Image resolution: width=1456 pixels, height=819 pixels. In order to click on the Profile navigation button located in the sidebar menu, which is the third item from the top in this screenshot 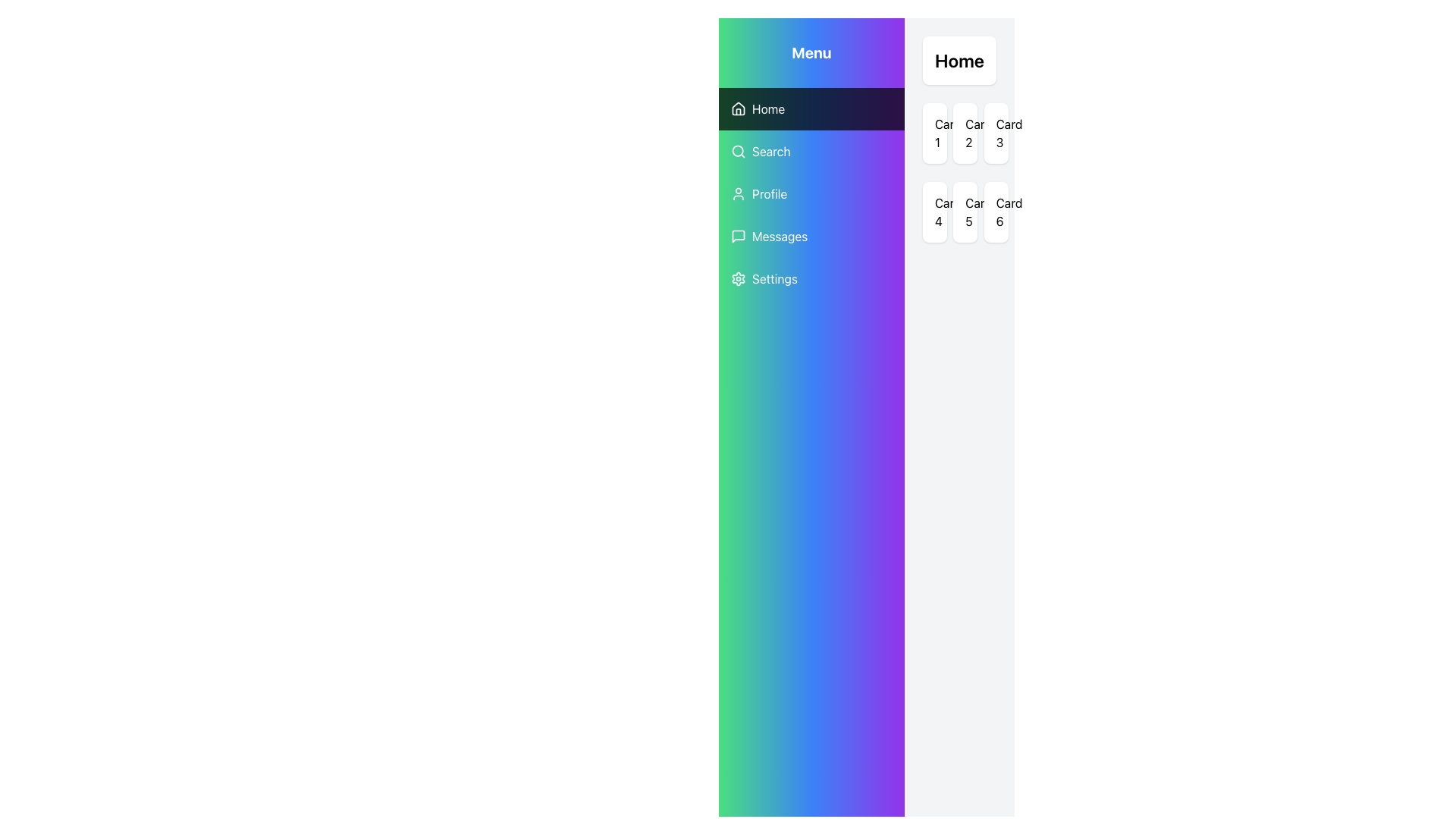, I will do `click(811, 193)`.